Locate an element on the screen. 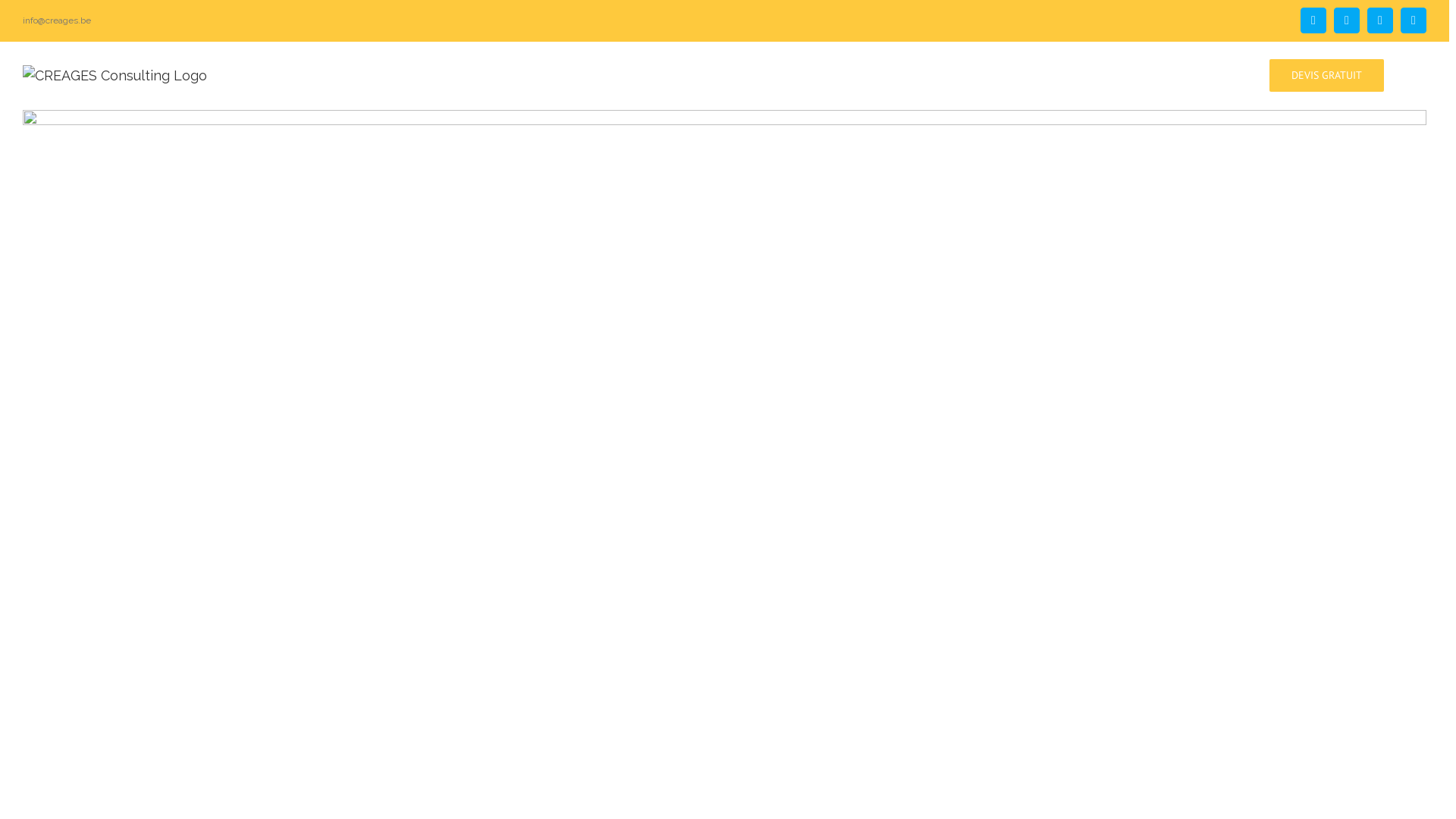 This screenshot has width=1456, height=819. 'FORMATION' is located at coordinates (888, 74).